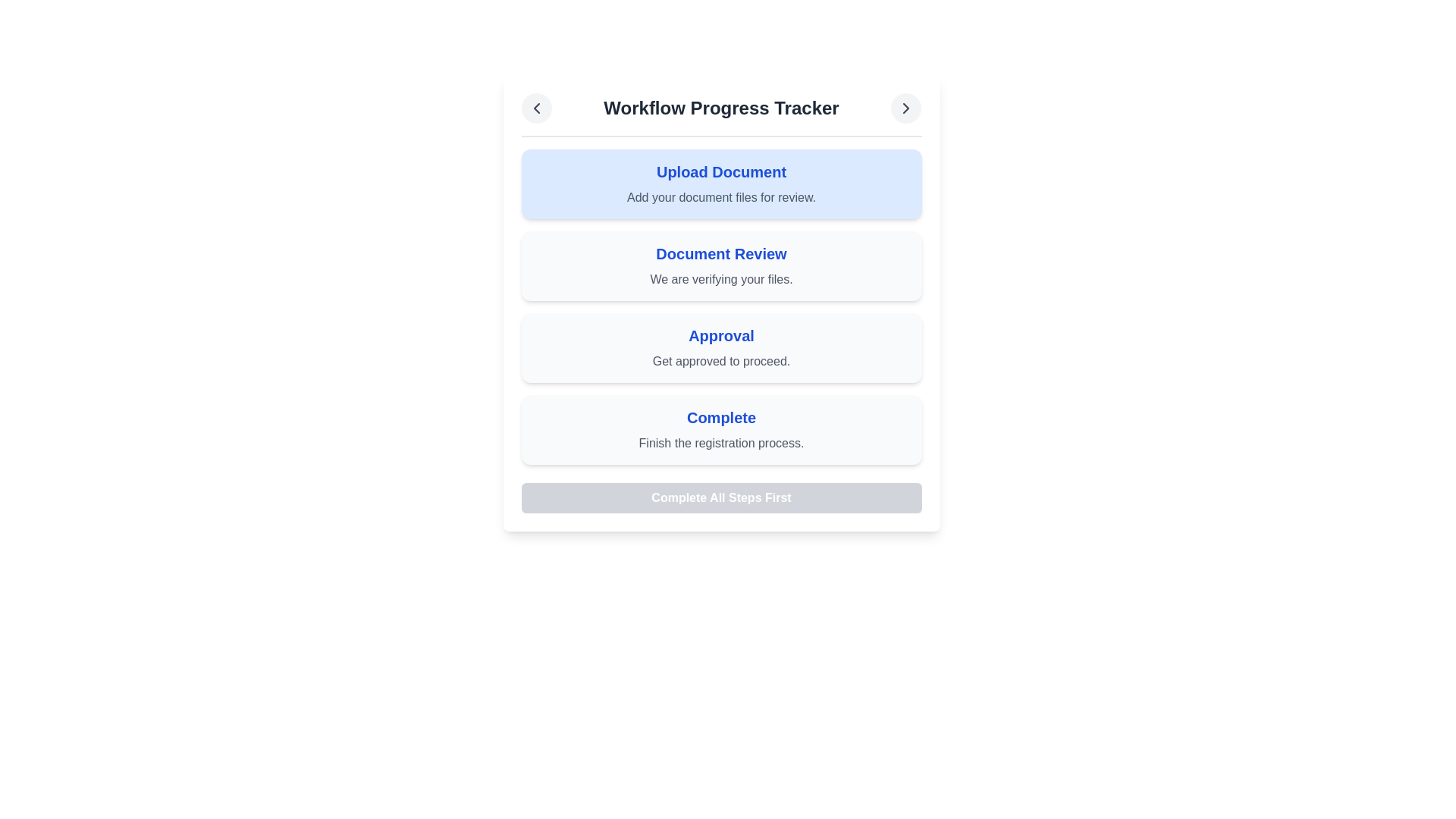 This screenshot has height=819, width=1456. What do you see at coordinates (720, 444) in the screenshot?
I see `the Text Label that provides supporting instructions for the workflow step labeled 'Complete', positioned beneath the header text` at bounding box center [720, 444].